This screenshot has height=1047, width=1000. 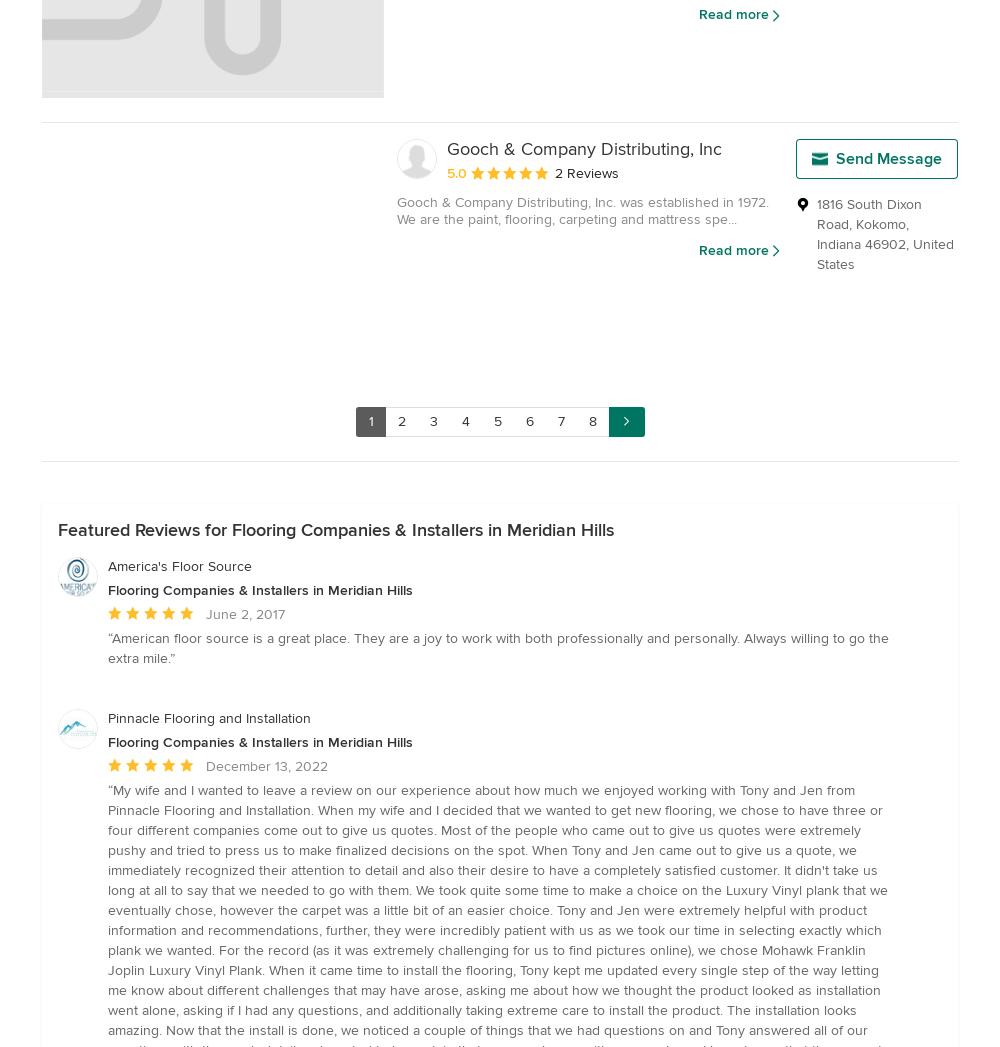 What do you see at coordinates (180, 566) in the screenshot?
I see `'America's Floor Source'` at bounding box center [180, 566].